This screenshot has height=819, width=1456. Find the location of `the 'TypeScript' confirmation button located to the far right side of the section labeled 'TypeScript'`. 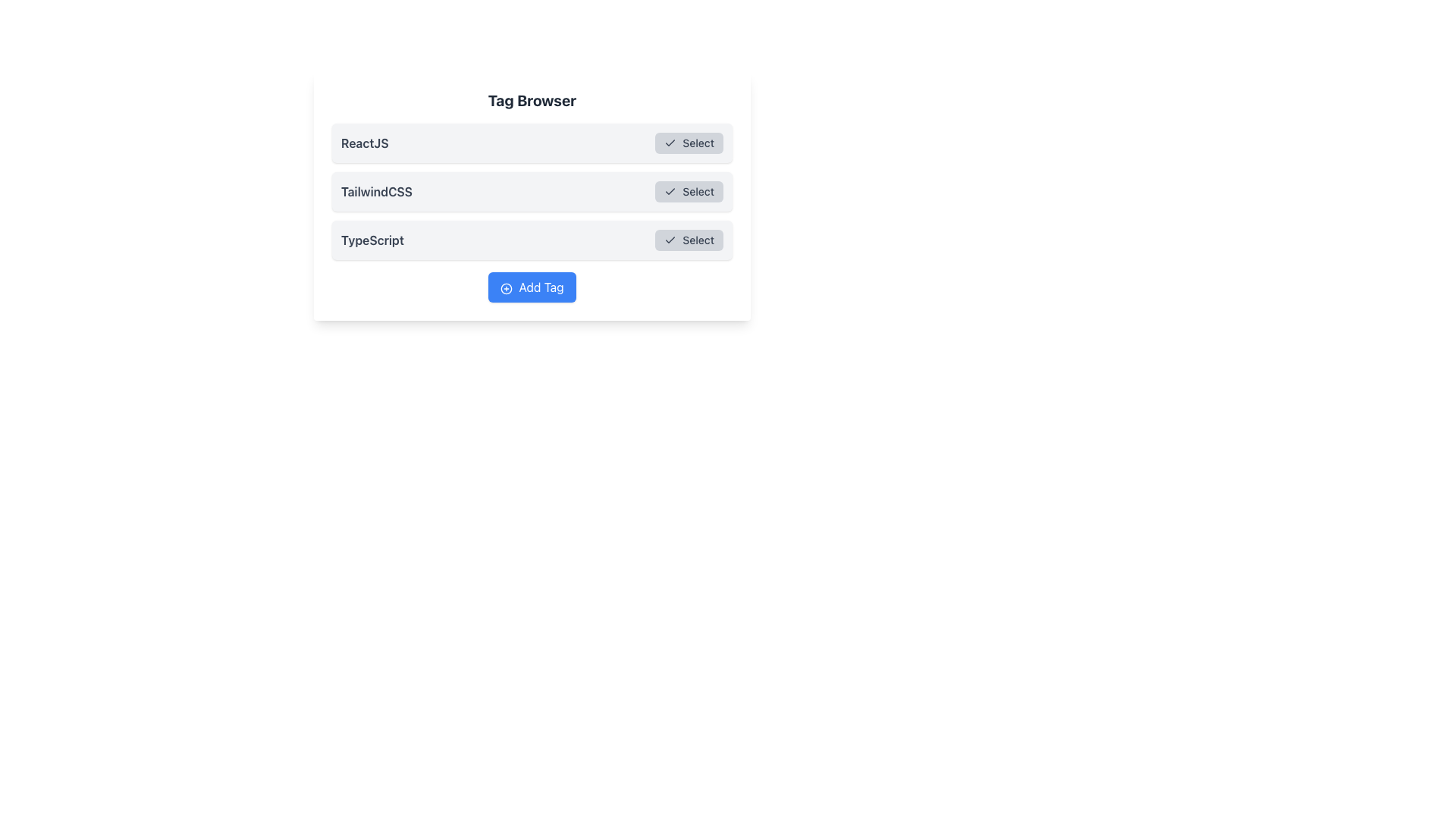

the 'TypeScript' confirmation button located to the far right side of the section labeled 'TypeScript' is located at coordinates (689, 239).